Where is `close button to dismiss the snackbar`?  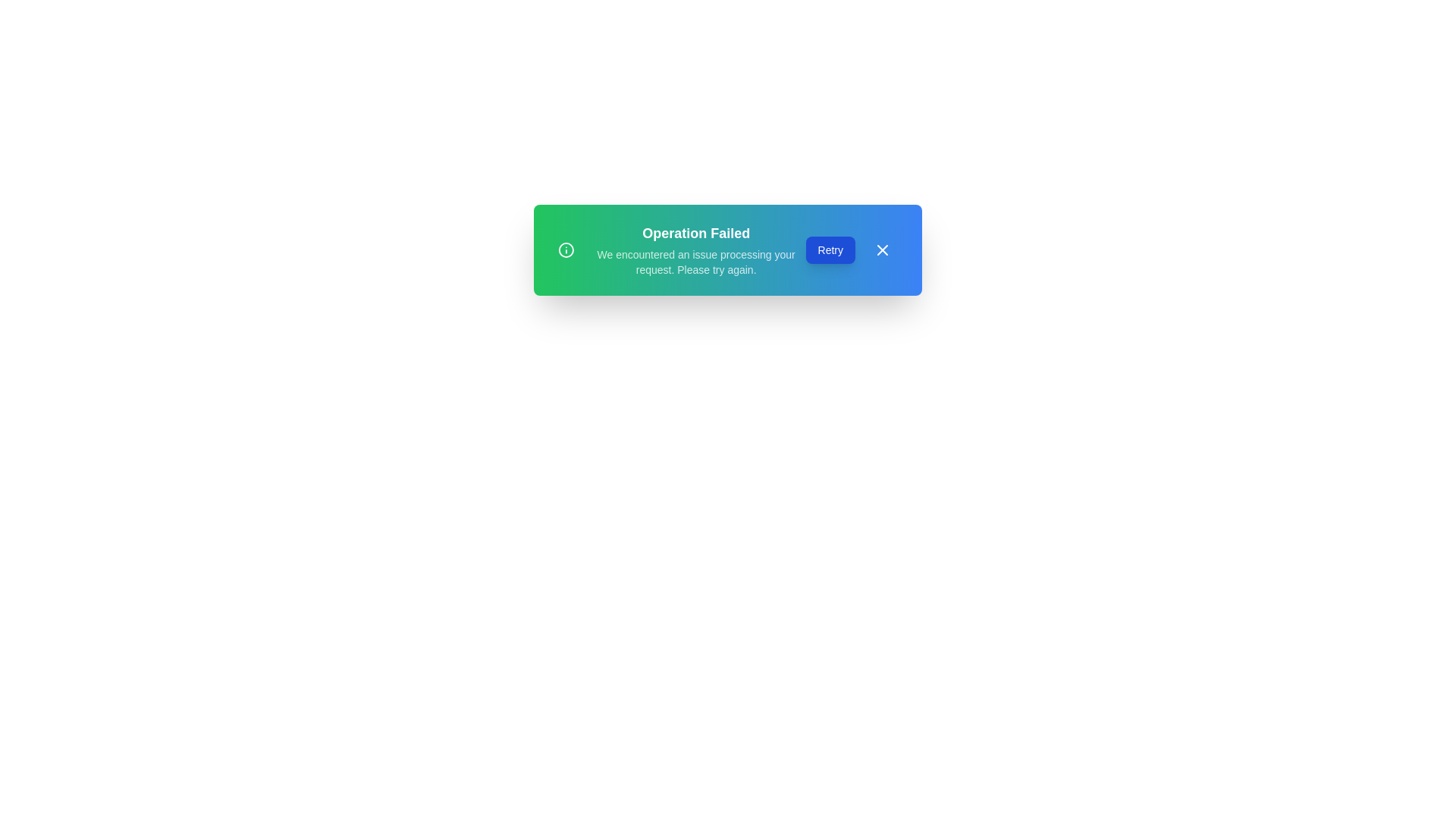 close button to dismiss the snackbar is located at coordinates (882, 249).